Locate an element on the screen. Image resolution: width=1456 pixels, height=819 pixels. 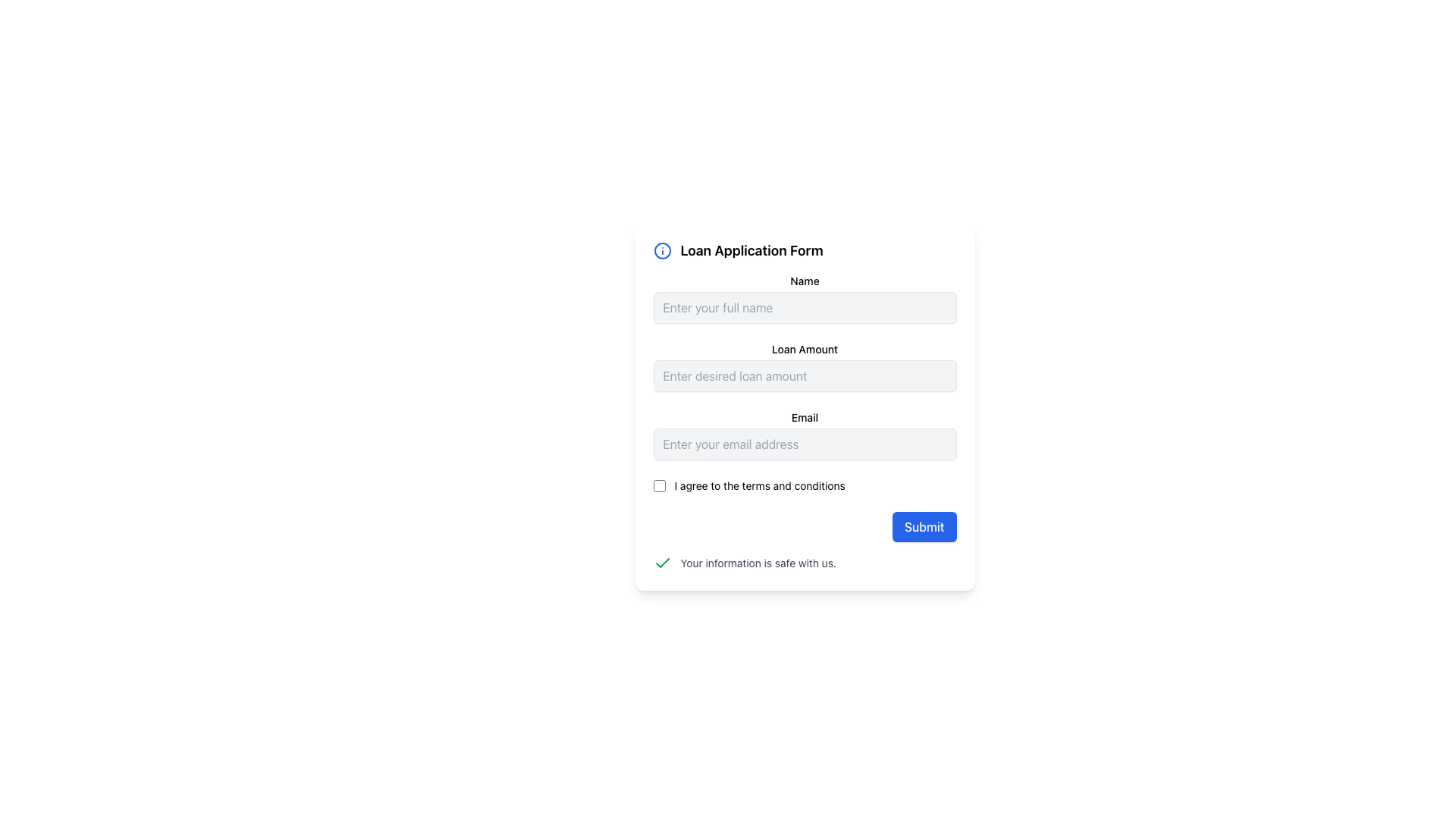
the visual confirmation icon located below the 'I agree to the terms and conditions' checkbox and next to the text 'Your information is safe with us.' is located at coordinates (662, 563).